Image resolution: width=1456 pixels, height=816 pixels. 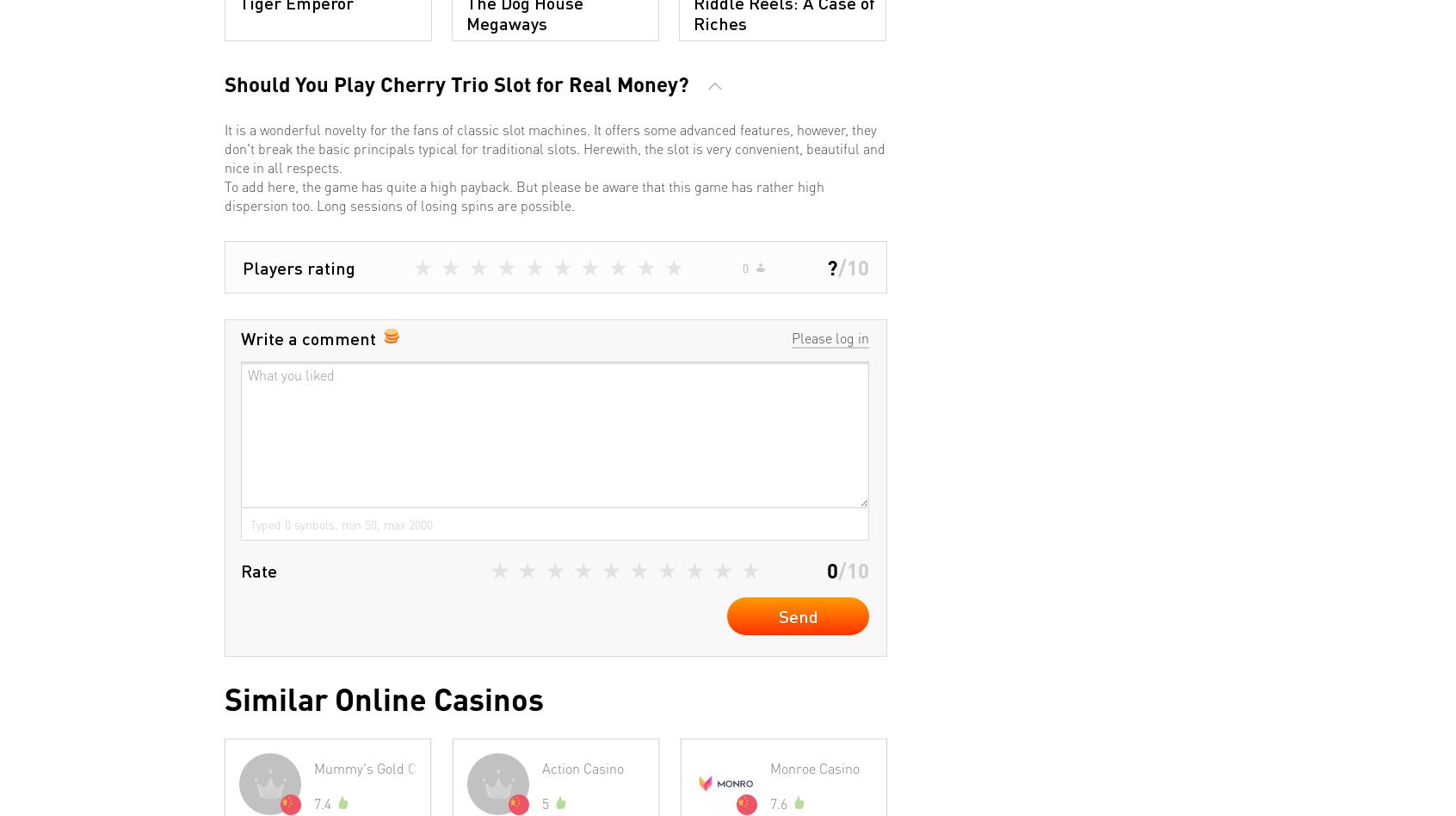 What do you see at coordinates (554, 146) in the screenshot?
I see `'It is a wonderful novelty for the fans of classic slot machines. It offers some advanced features, however, they don't break the basic principals typical for traditional slots. Herewith, the slot is very convenient, beautiful and nice in all respects.'` at bounding box center [554, 146].